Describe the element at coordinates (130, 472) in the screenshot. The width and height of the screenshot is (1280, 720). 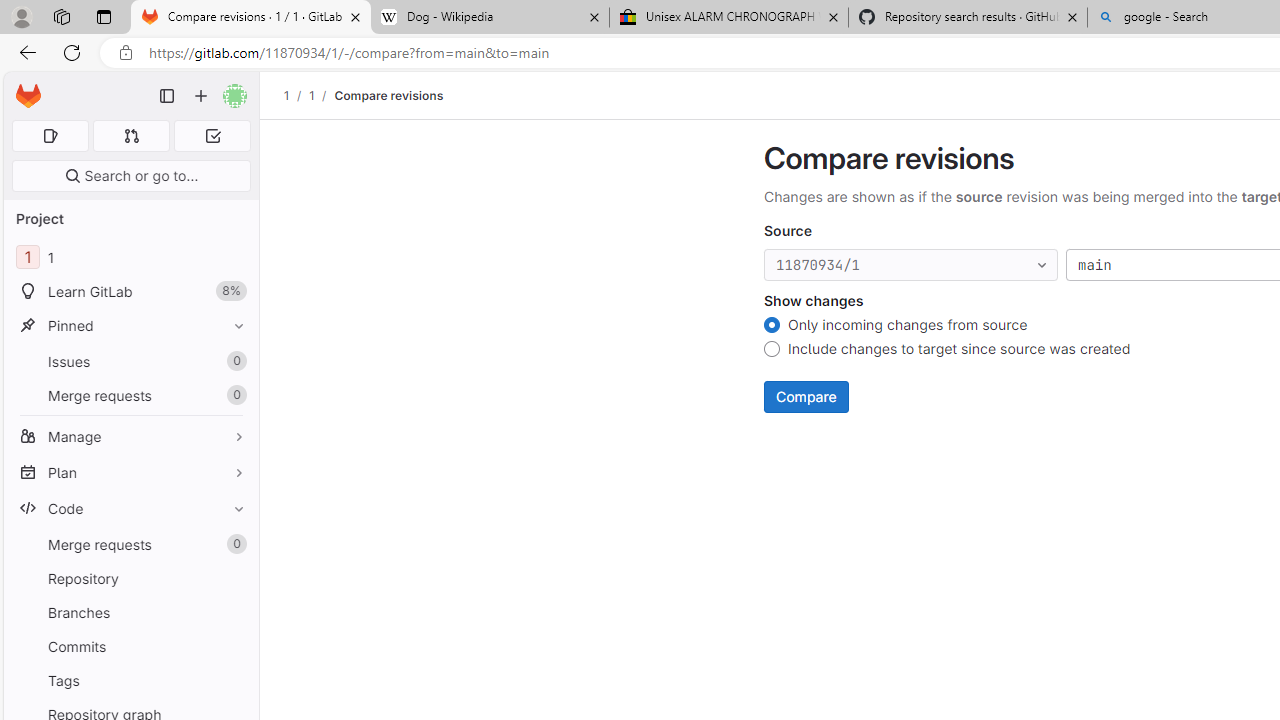
I see `'Plan'` at that location.